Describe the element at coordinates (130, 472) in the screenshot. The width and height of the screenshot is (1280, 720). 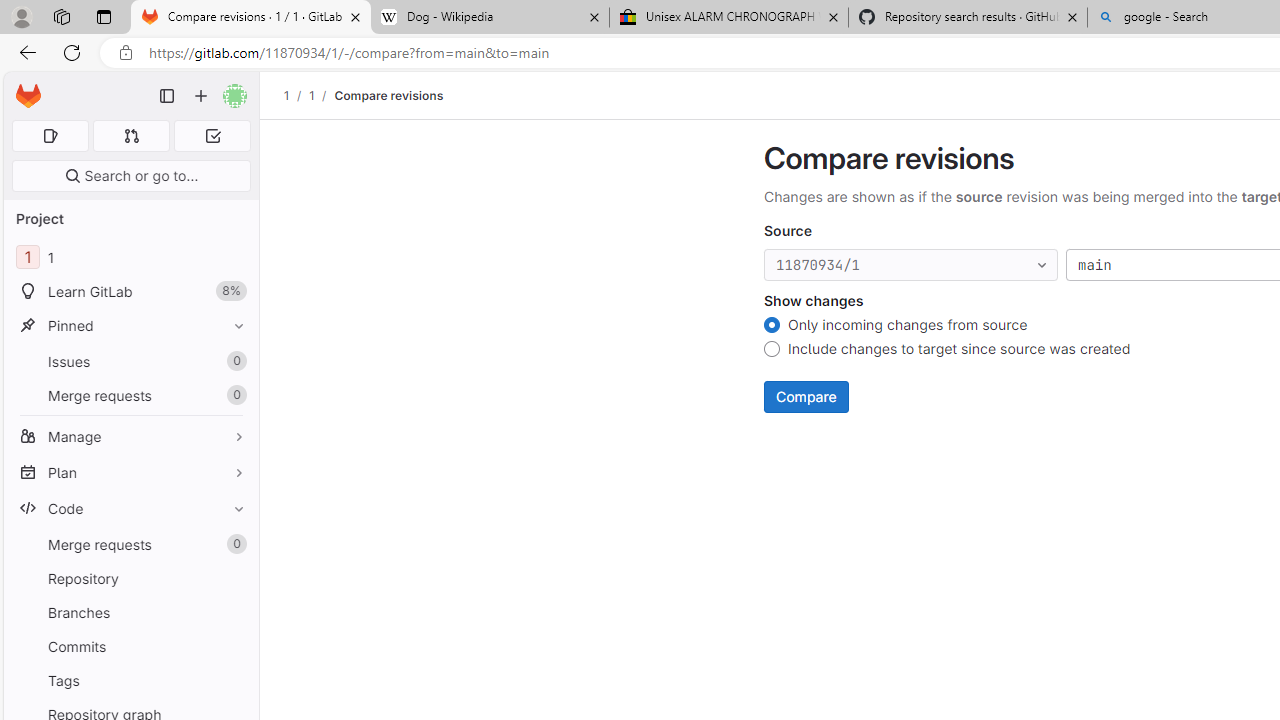
I see `'Plan'` at that location.